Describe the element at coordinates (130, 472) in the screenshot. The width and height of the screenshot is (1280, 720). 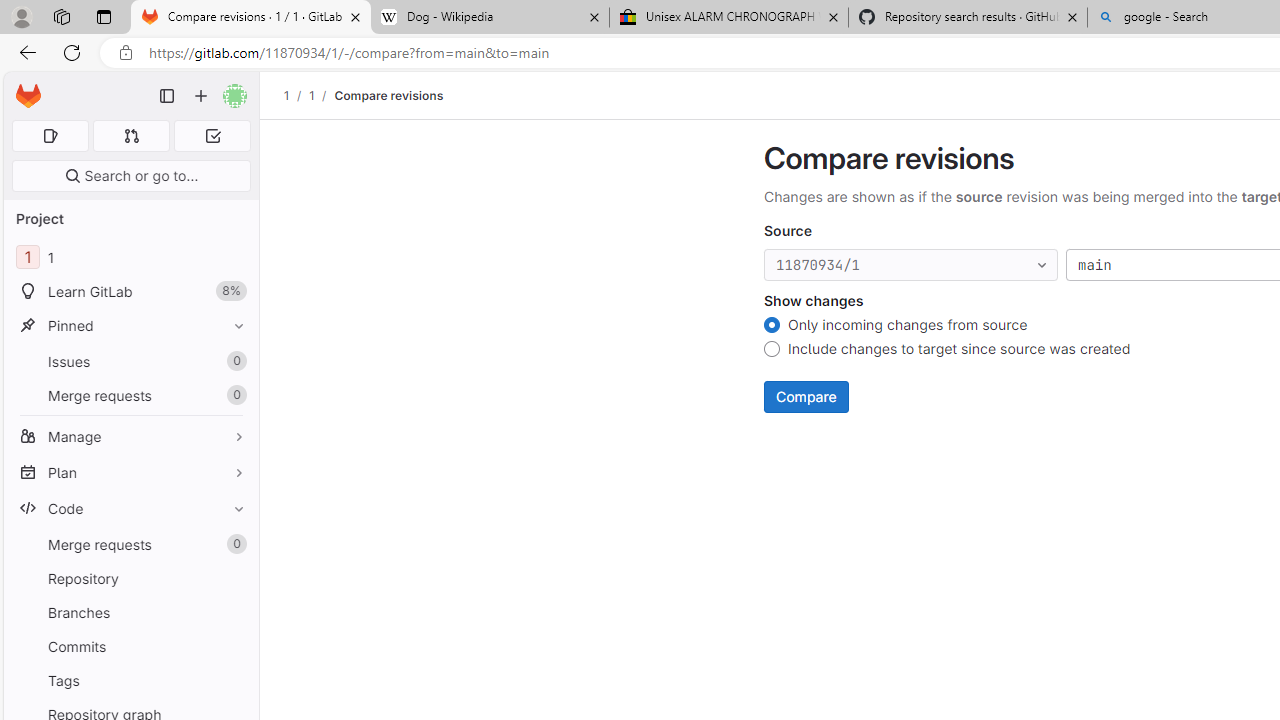
I see `'Plan'` at that location.